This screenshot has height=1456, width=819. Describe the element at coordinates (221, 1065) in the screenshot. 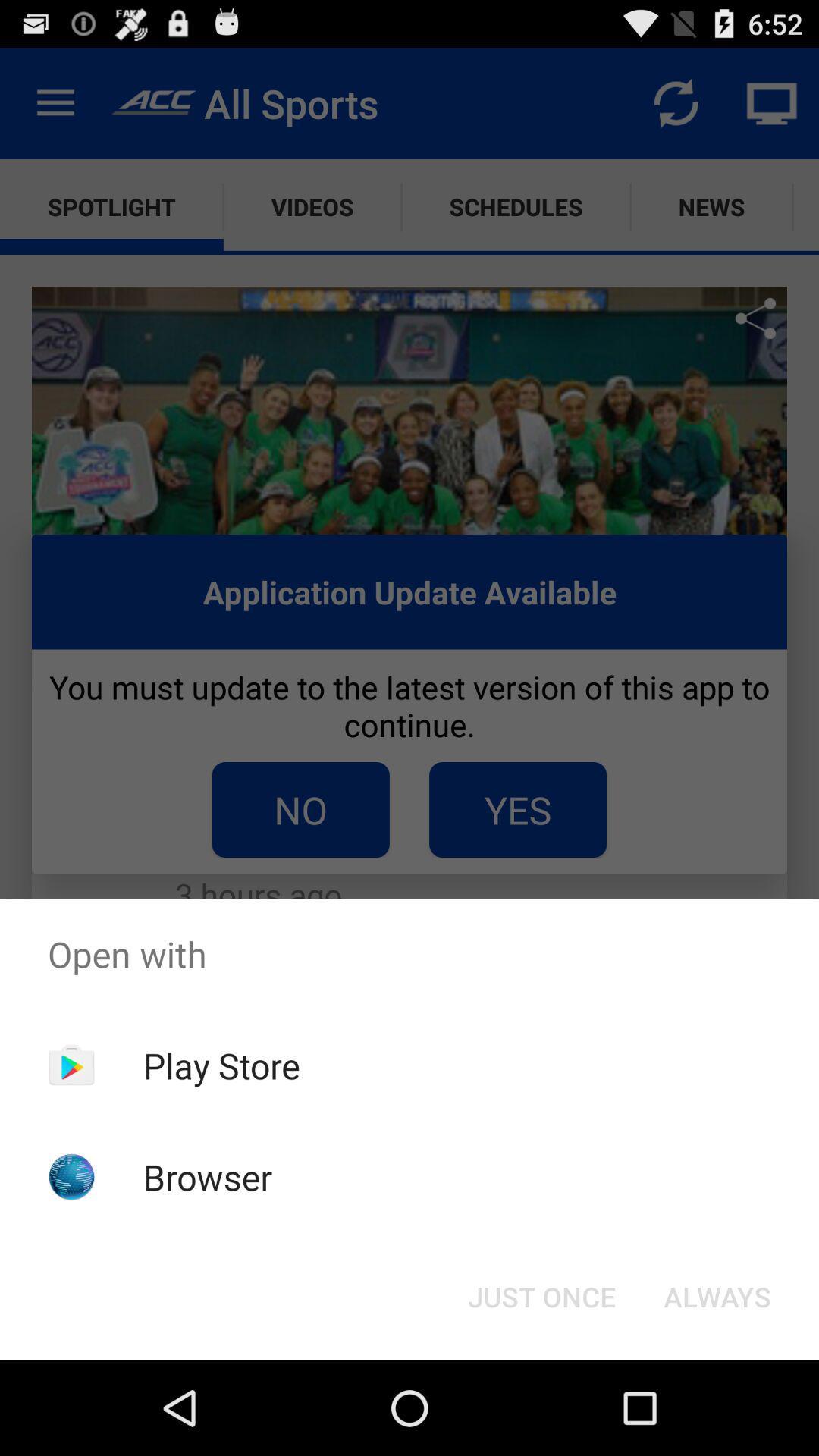

I see `the item above the browser` at that location.